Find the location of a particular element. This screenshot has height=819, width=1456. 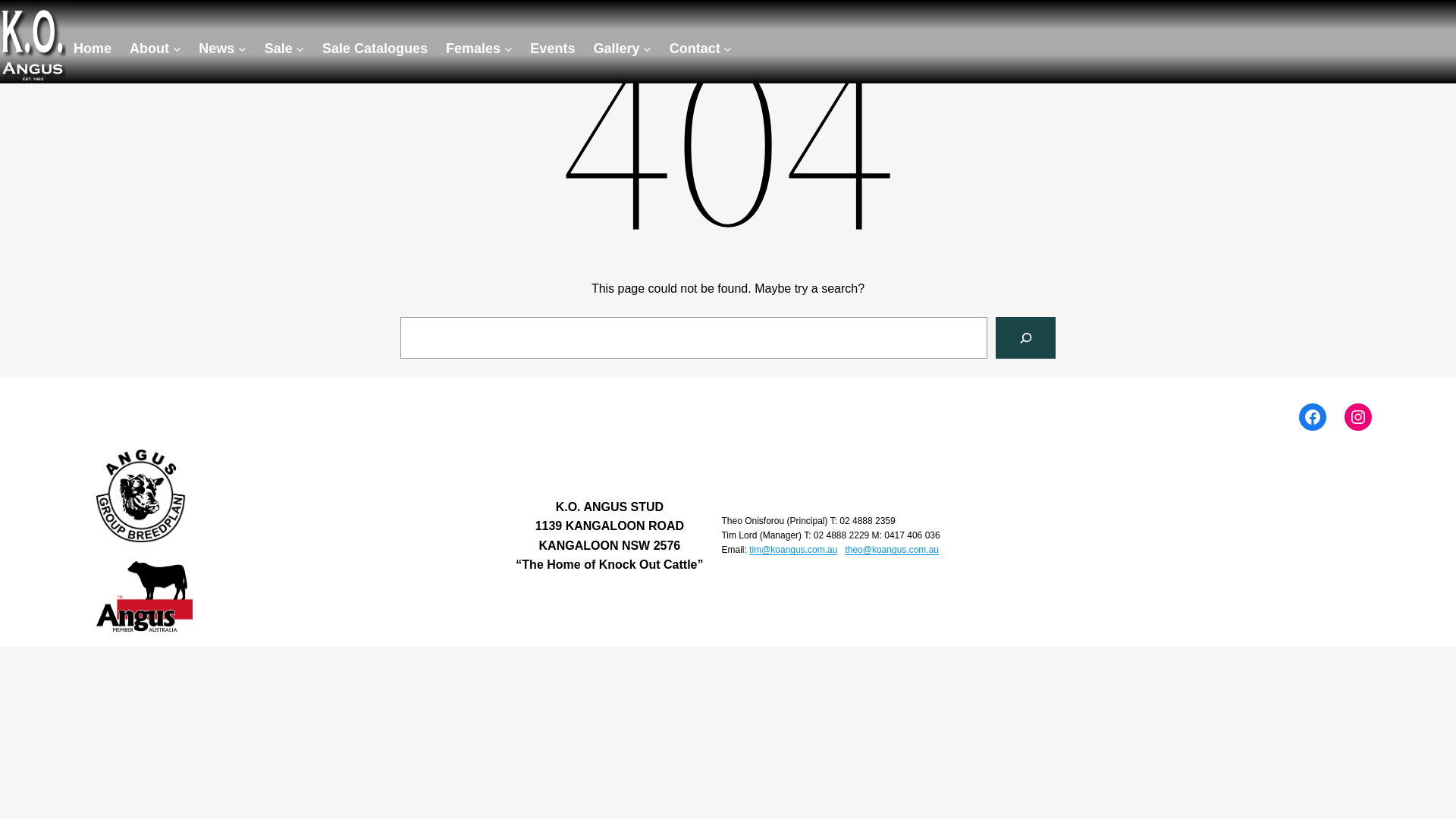

'theo@koangus.com.au' is located at coordinates (892, 550).